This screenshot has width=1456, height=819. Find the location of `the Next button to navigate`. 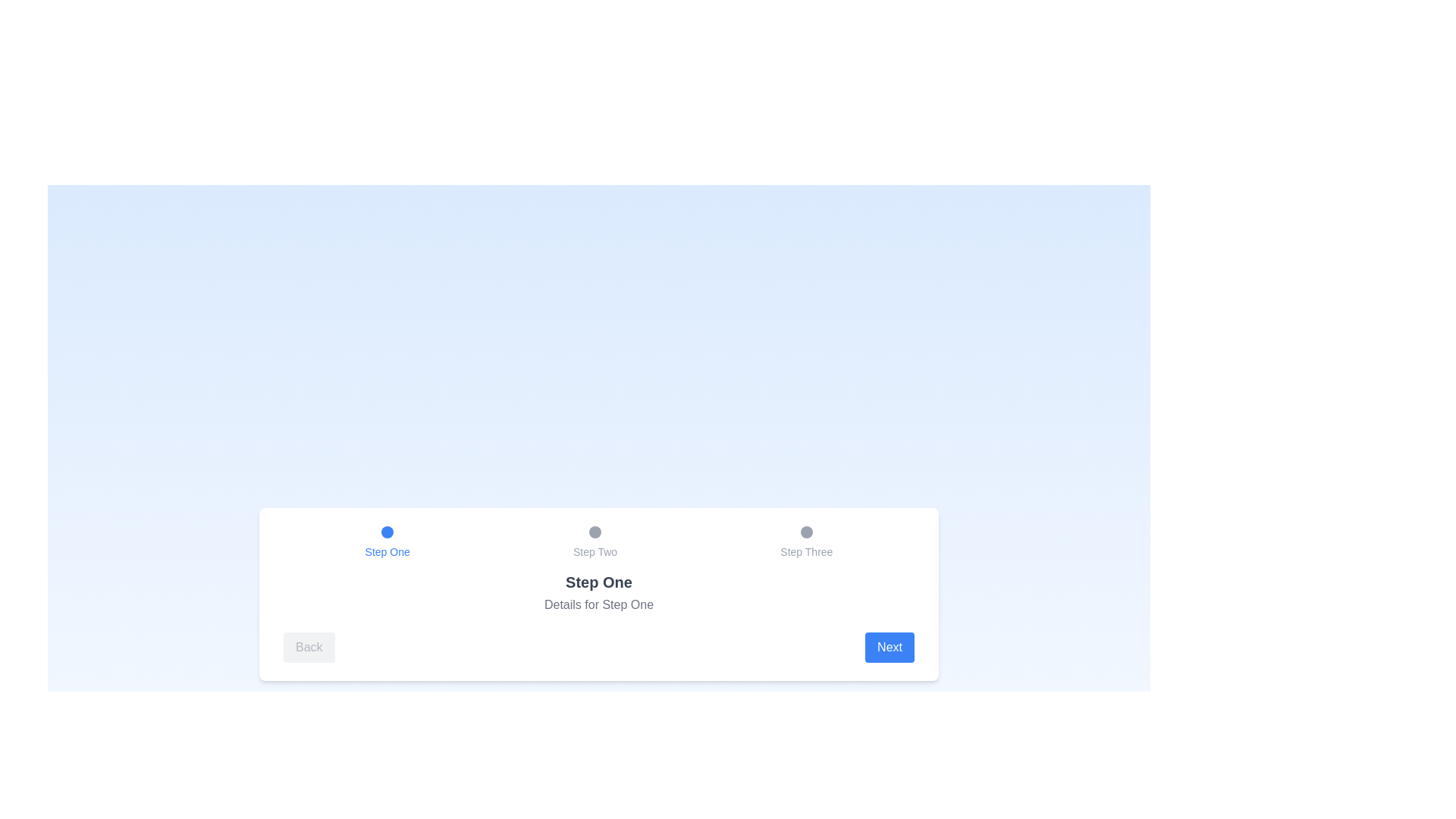

the Next button to navigate is located at coordinates (890, 647).